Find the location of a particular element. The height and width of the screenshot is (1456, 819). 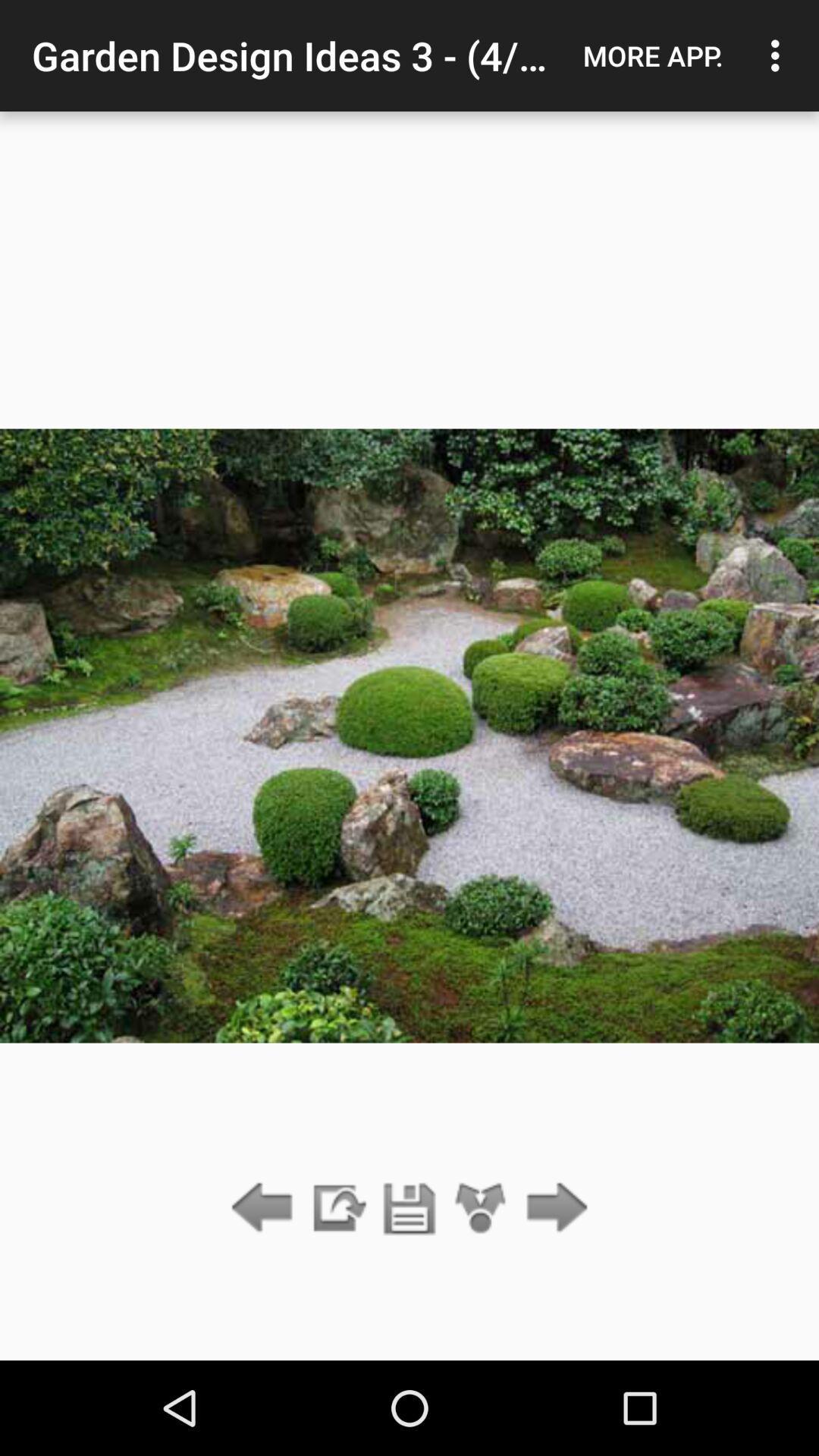

more app. is located at coordinates (652, 55).